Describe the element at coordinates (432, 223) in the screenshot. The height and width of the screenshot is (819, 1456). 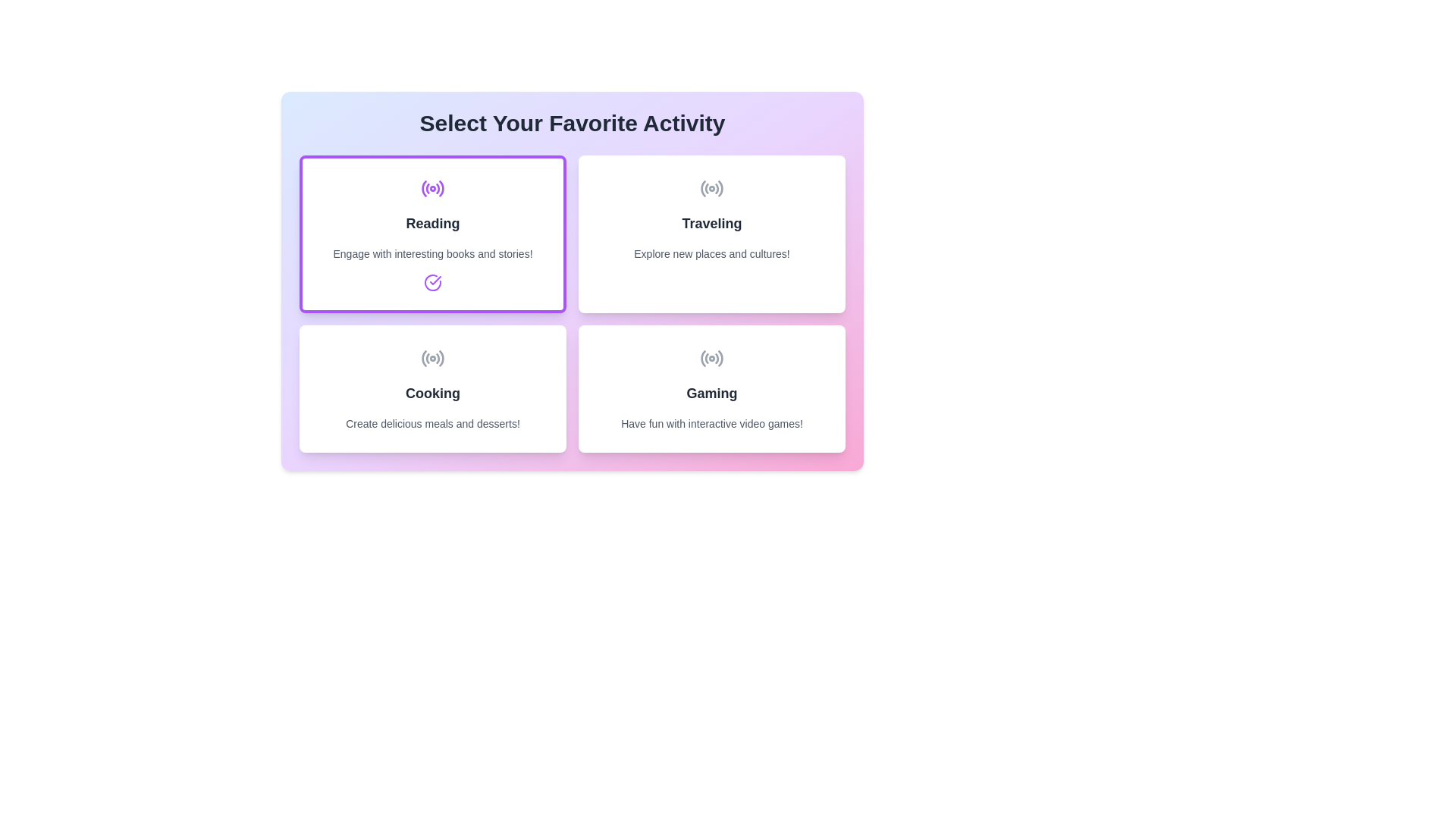
I see `text element displaying 'Reading' which is emphasized in bold, dark gray font within a white card bordered in purple, located in the top-left corner of the card grid` at that location.